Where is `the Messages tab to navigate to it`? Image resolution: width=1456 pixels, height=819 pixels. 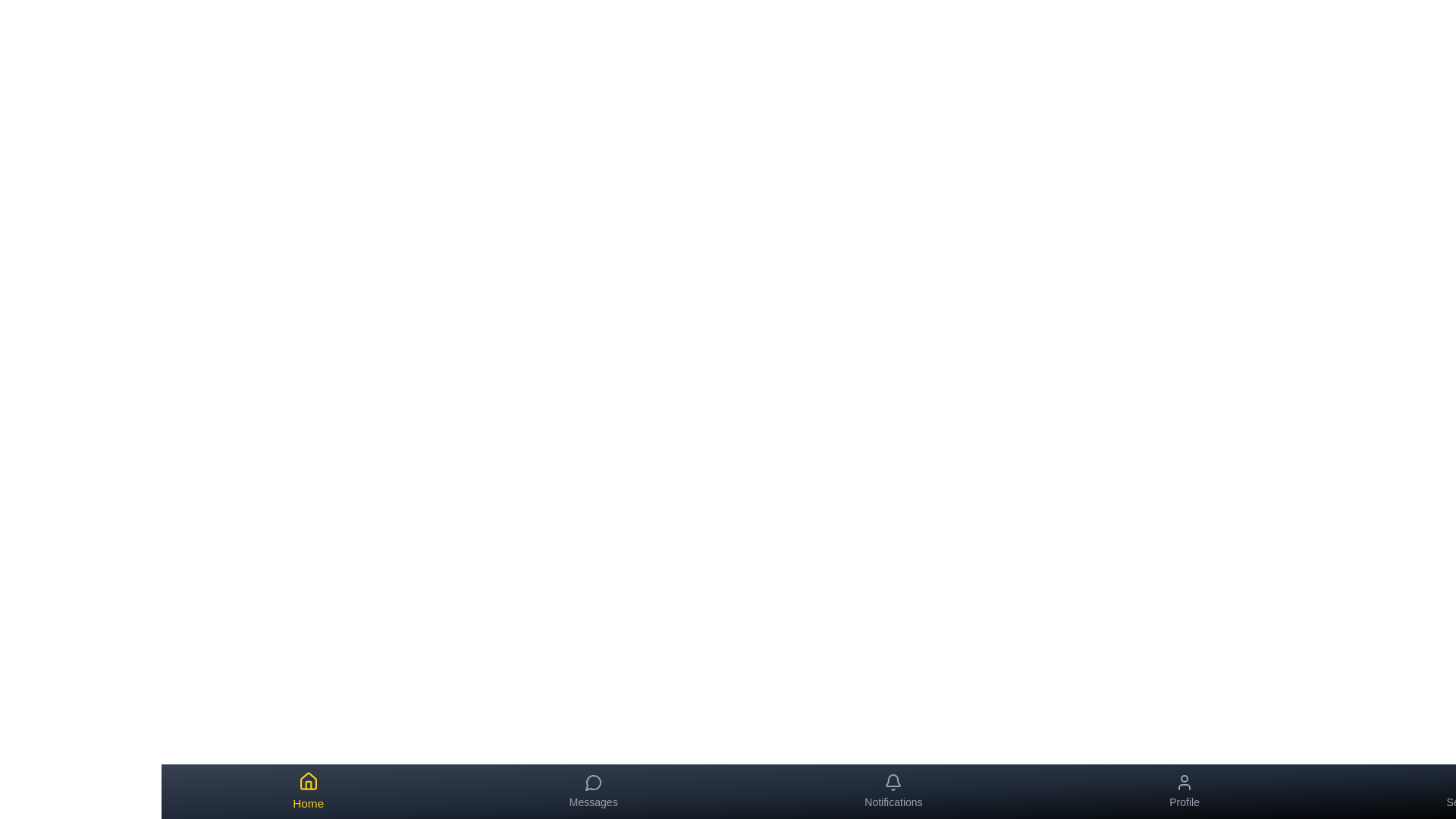
the Messages tab to navigate to it is located at coordinates (592, 791).